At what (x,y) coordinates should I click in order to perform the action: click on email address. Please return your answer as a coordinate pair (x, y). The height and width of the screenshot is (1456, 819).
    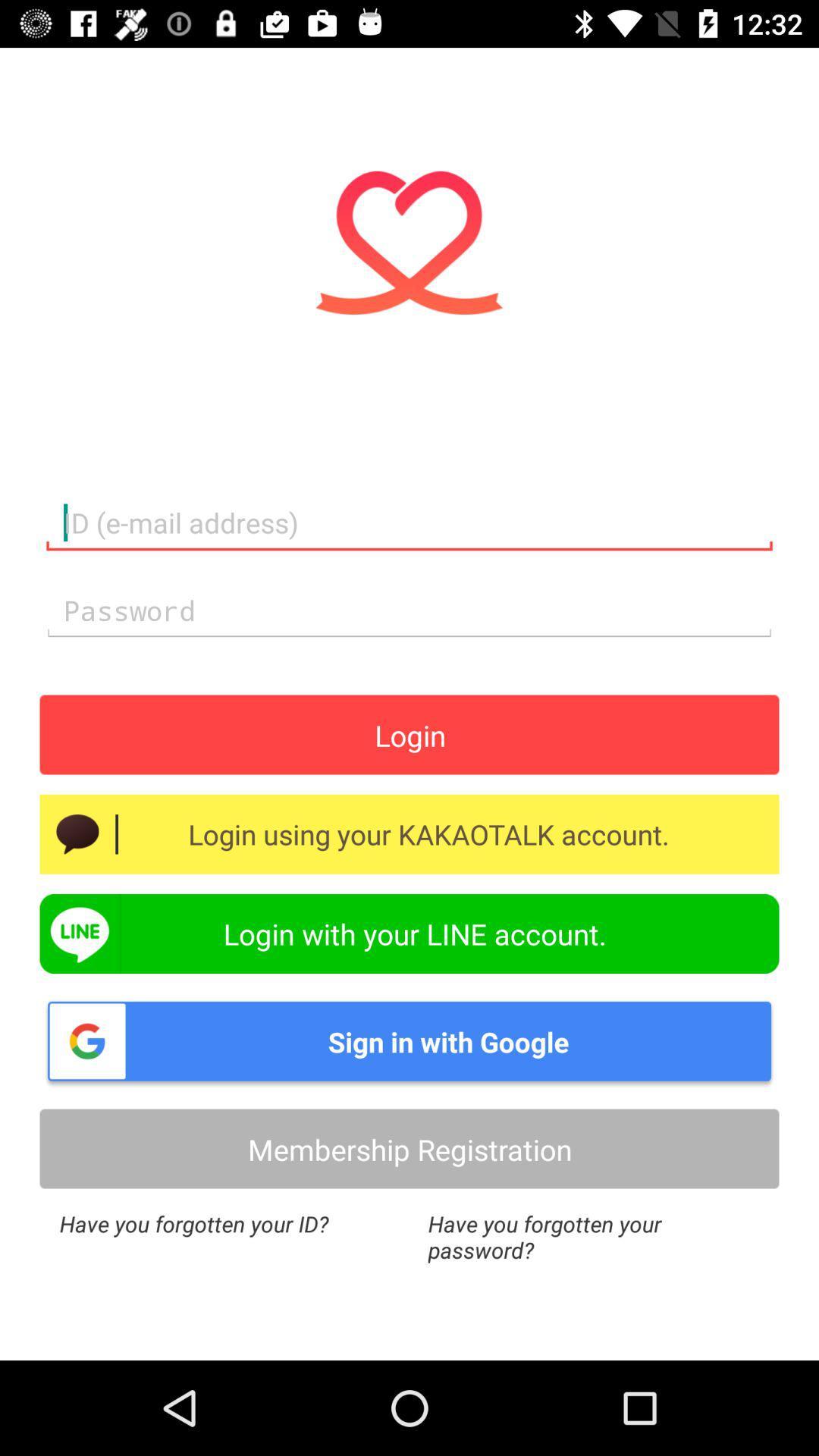
    Looking at the image, I should click on (409, 523).